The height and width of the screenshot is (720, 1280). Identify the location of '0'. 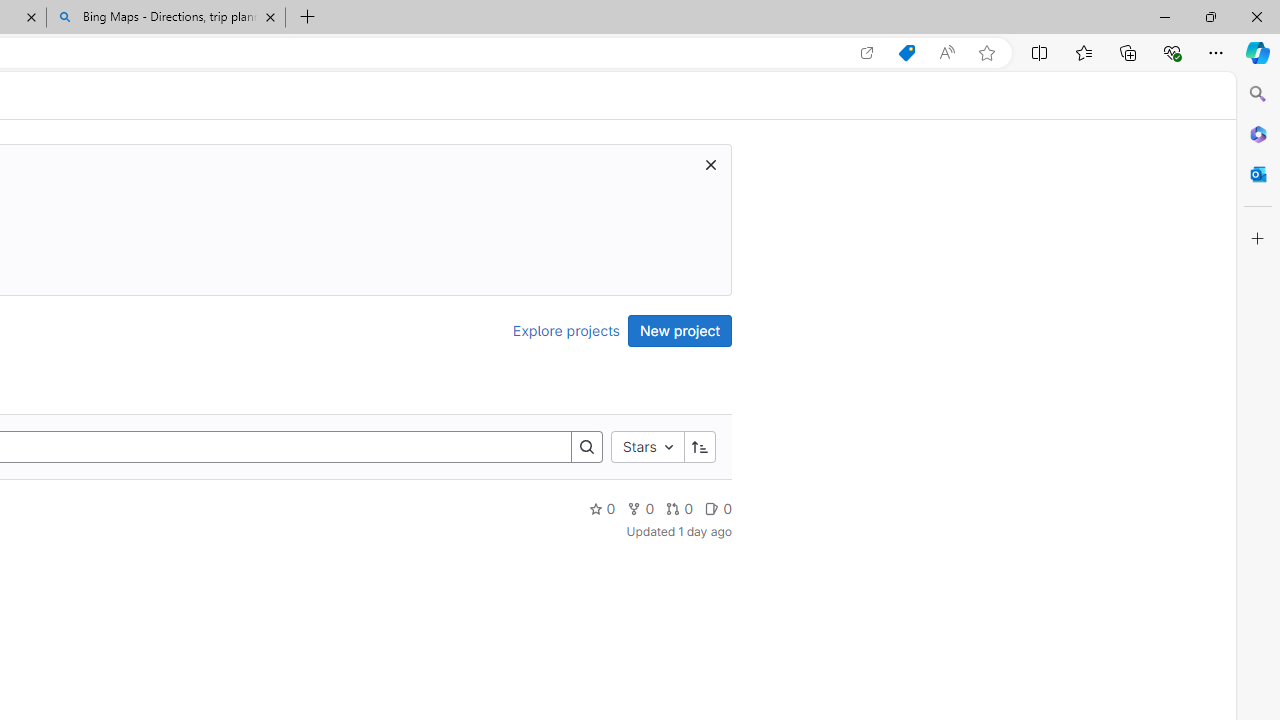
(718, 507).